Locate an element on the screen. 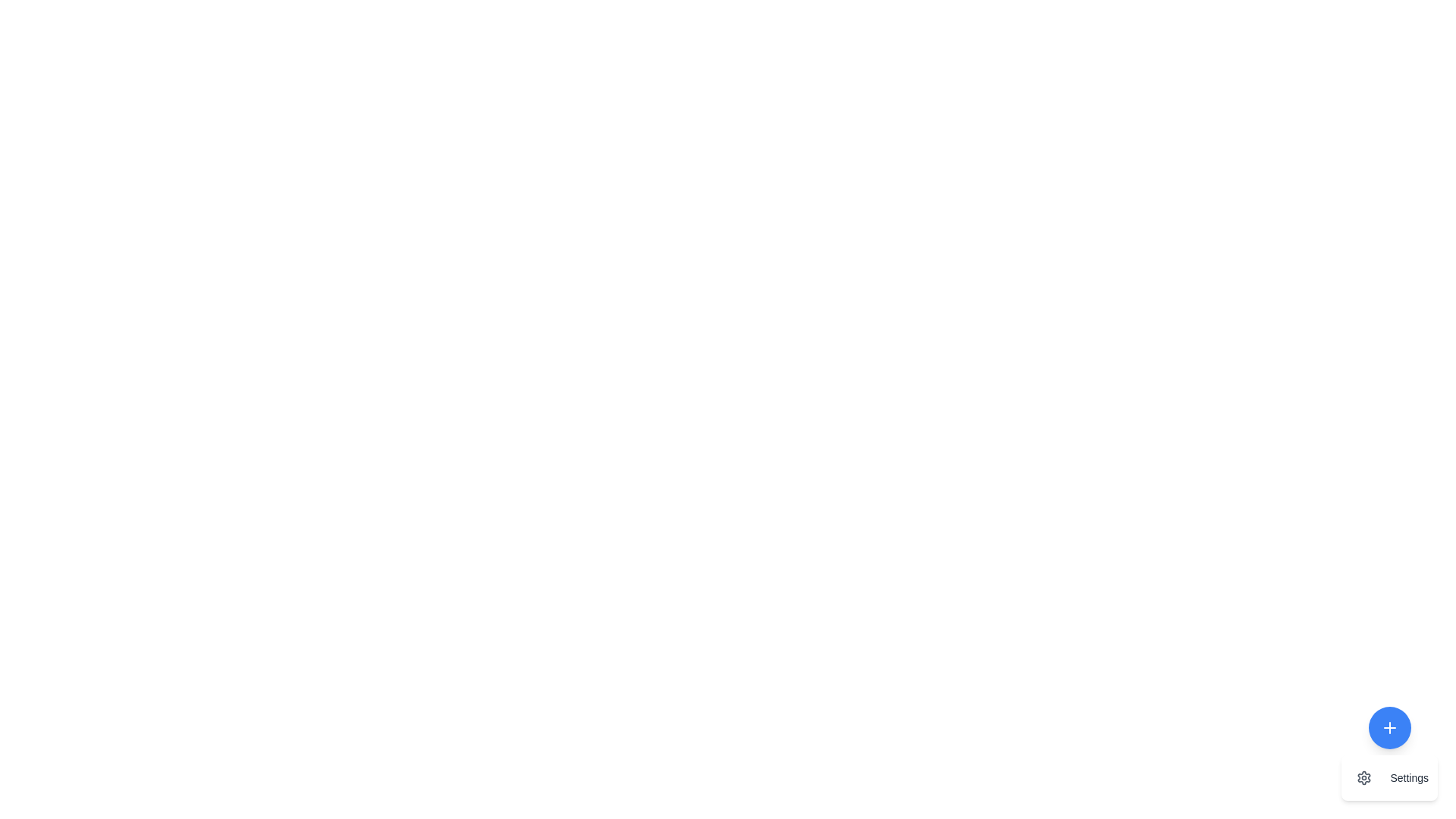 The width and height of the screenshot is (1456, 819). the circular gear icon button located to the left of the 'Settings' label is located at coordinates (1364, 778).